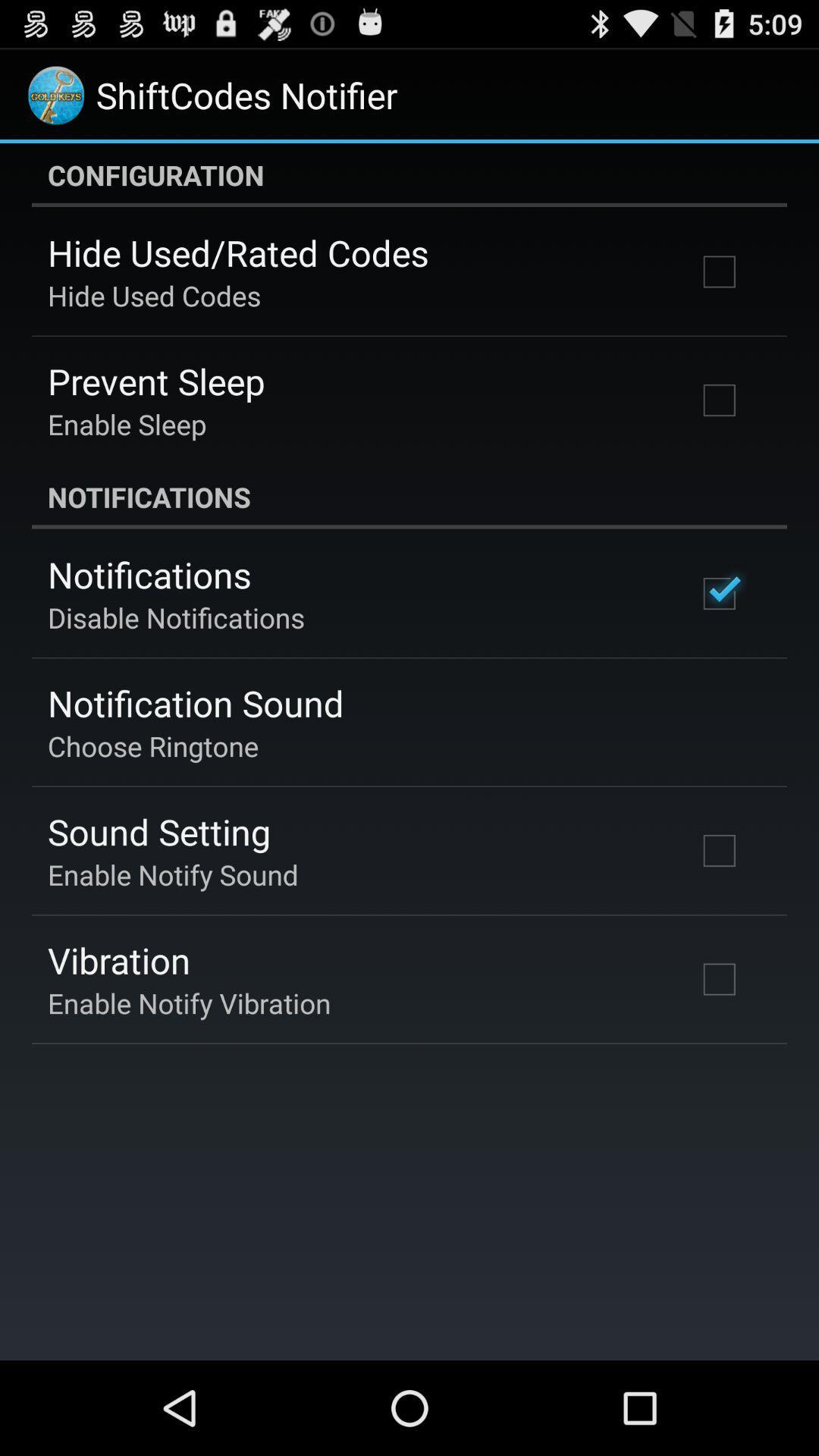 Image resolution: width=819 pixels, height=1456 pixels. I want to click on enable sleep app, so click(126, 424).